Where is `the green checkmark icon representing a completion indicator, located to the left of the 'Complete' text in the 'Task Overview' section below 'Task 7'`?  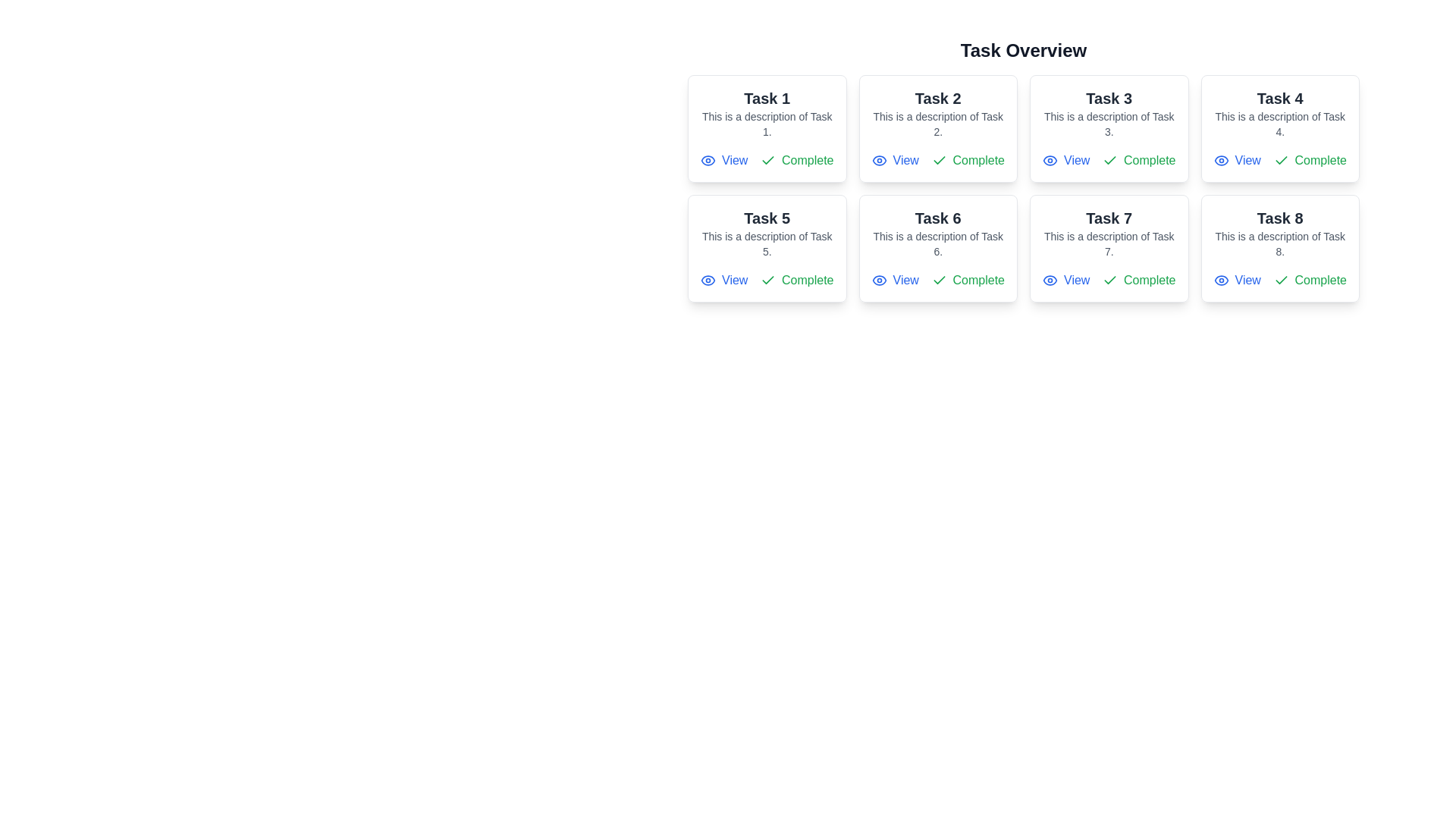
the green checkmark icon representing a completion indicator, located to the left of the 'Complete' text in the 'Task Overview' section below 'Task 7' is located at coordinates (1110, 281).